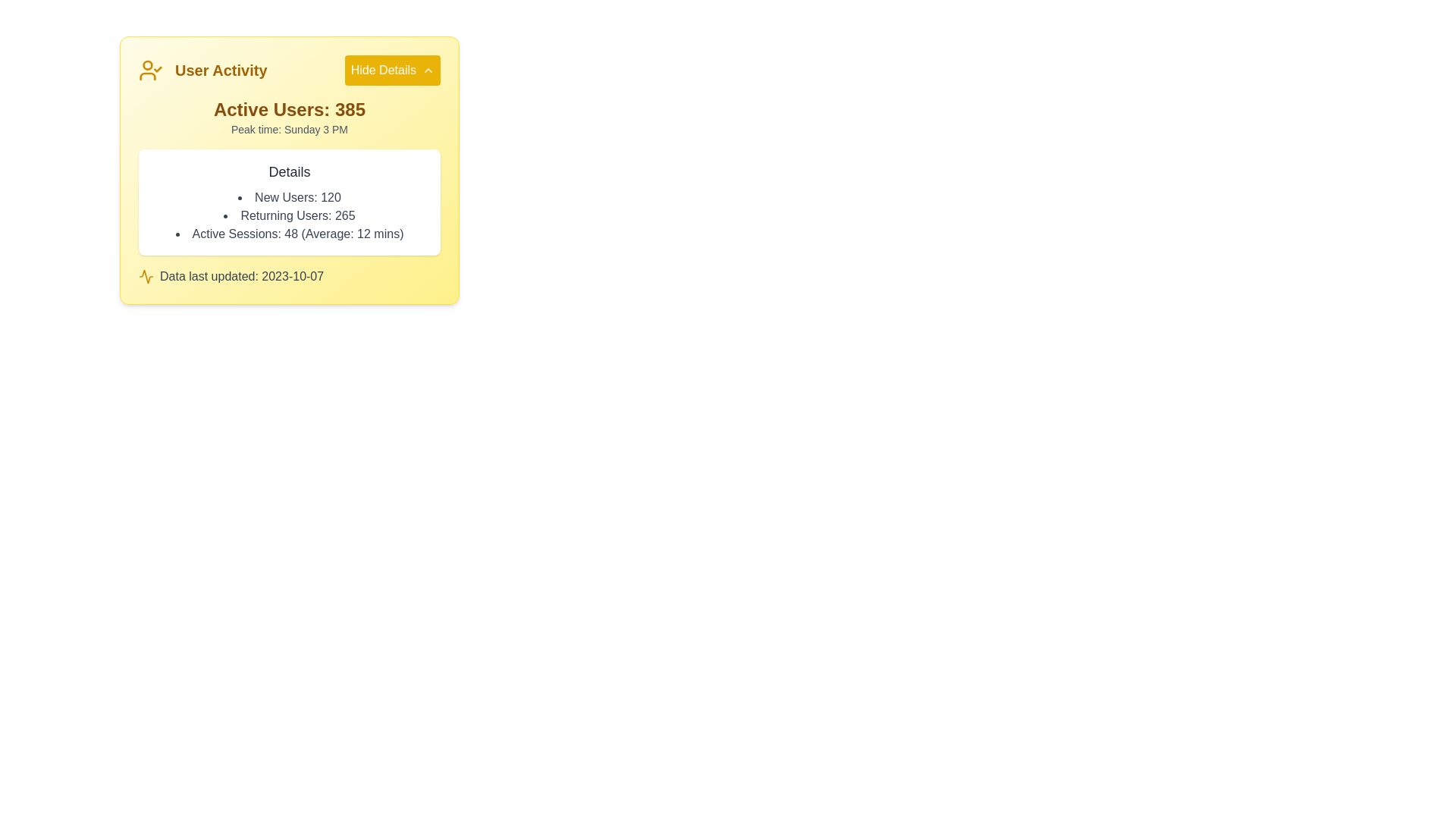 The height and width of the screenshot is (819, 1456). Describe the element at coordinates (290, 128) in the screenshot. I see `the Text label that displays peak usage time information for active users, located below the 'Active Users: 385' section in the yellow 'User Activity' panel` at that location.